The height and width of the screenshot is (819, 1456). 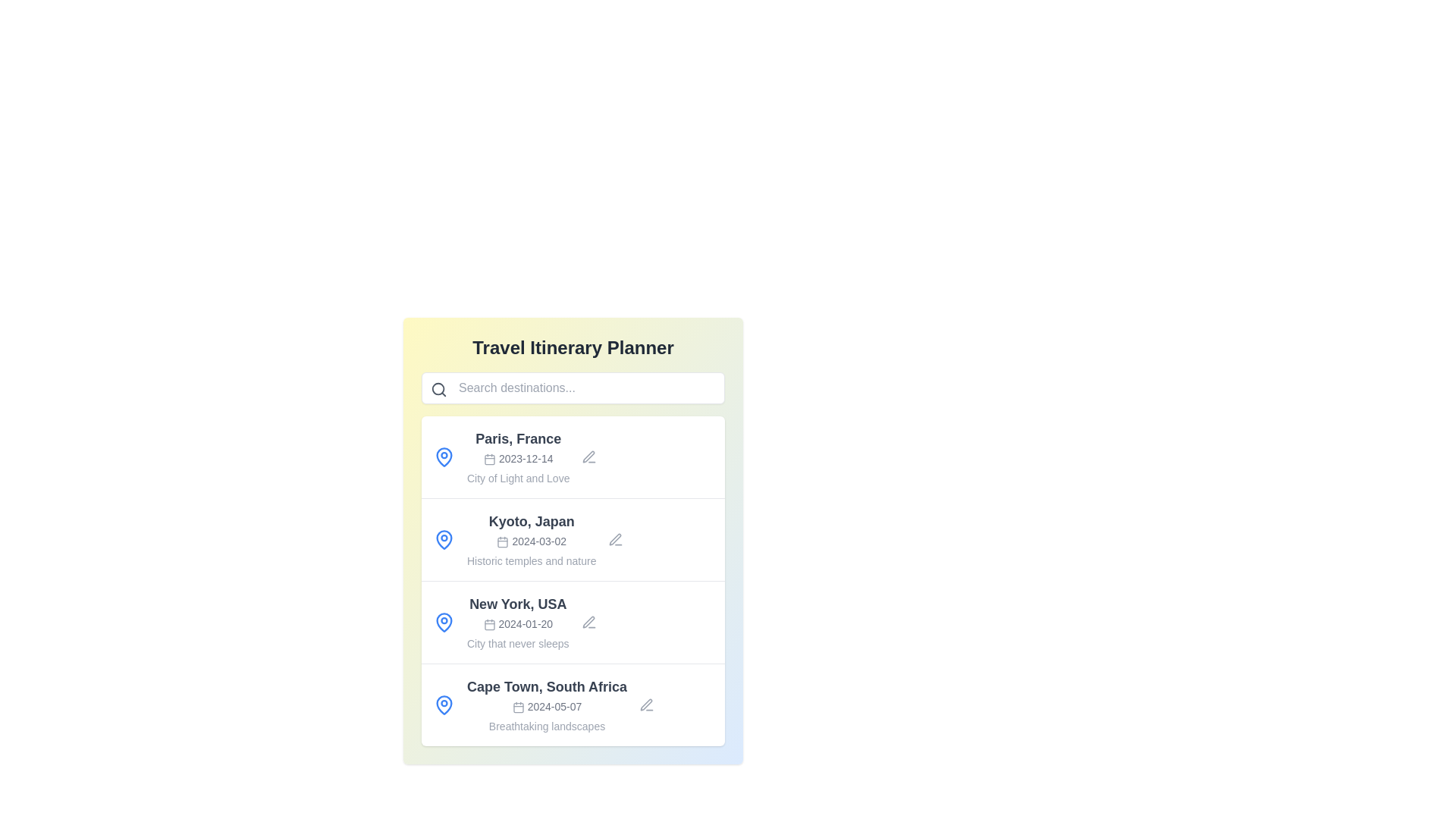 What do you see at coordinates (572, 456) in the screenshot?
I see `the icons related to the travel destination 'Paris, France' for additional actions in the travel itinerary planner interface` at bounding box center [572, 456].